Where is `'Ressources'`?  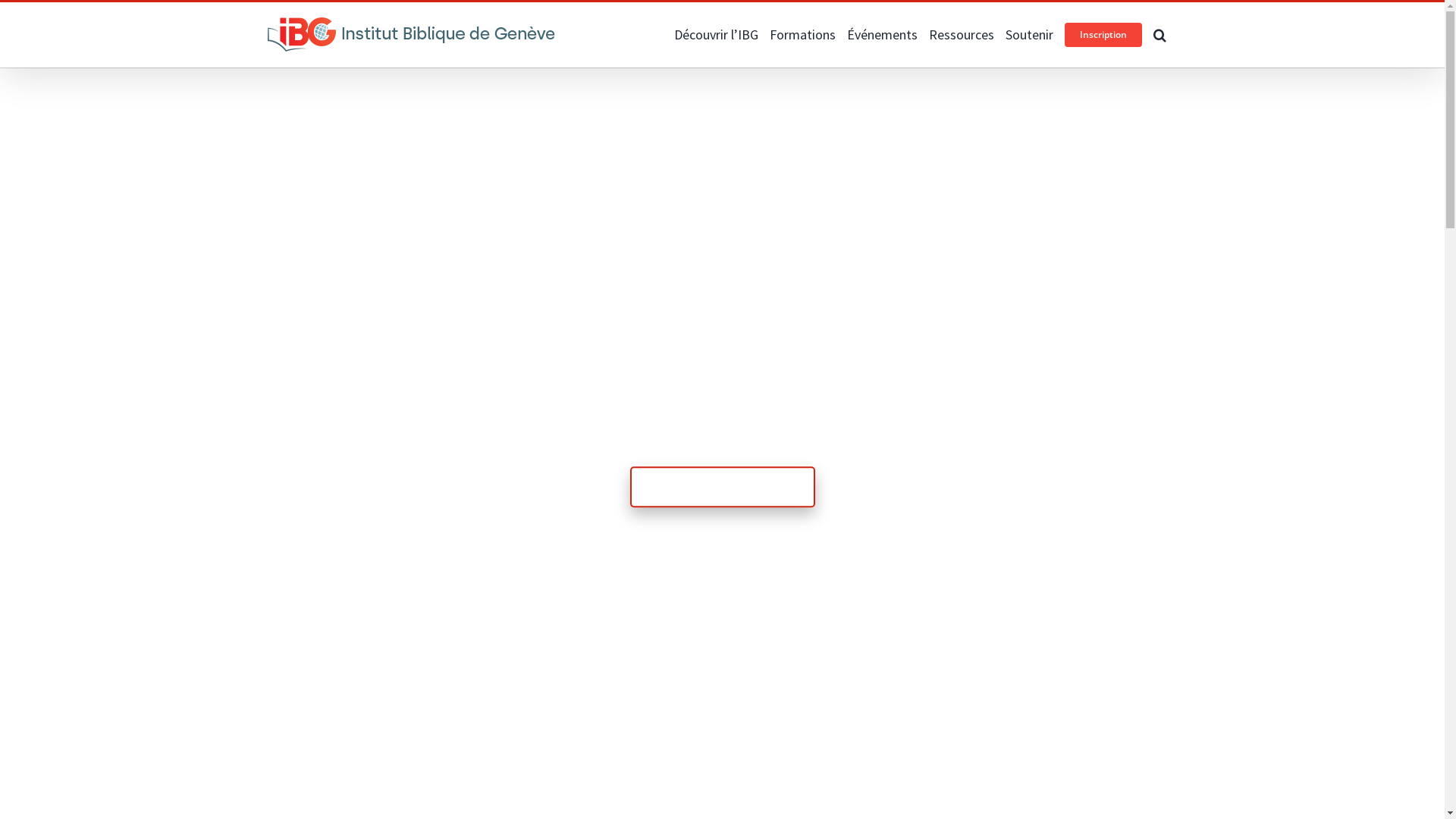
'Ressources' is located at coordinates (960, 34).